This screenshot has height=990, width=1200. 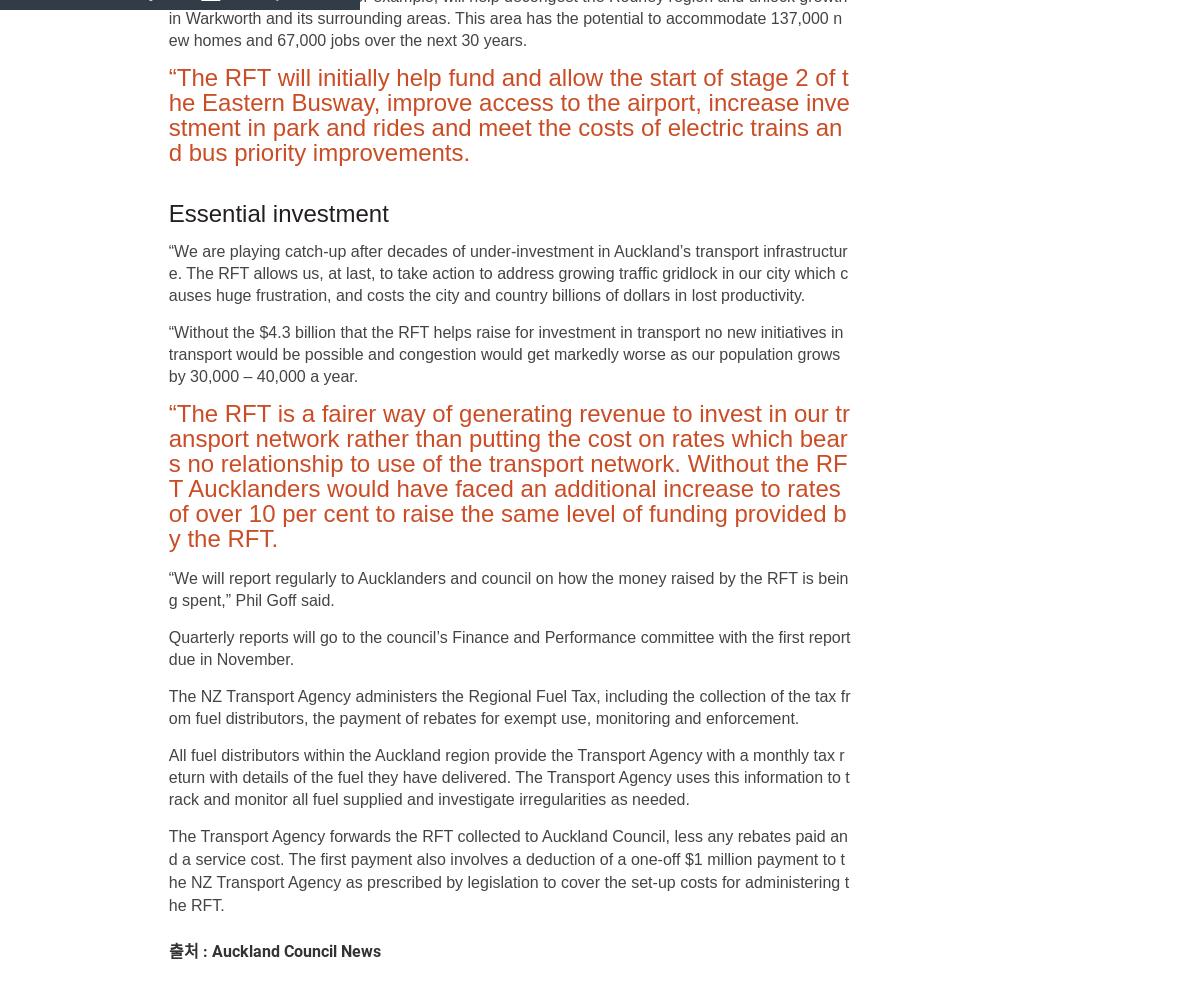 What do you see at coordinates (504, 354) in the screenshot?
I see `'“Without the $4.3 billion that the RFT helps raise for investment in transport no new initiatives in transport would be possible and congestion would get markedly worse as our population grows by 30,000 – 40,000 a year.'` at bounding box center [504, 354].